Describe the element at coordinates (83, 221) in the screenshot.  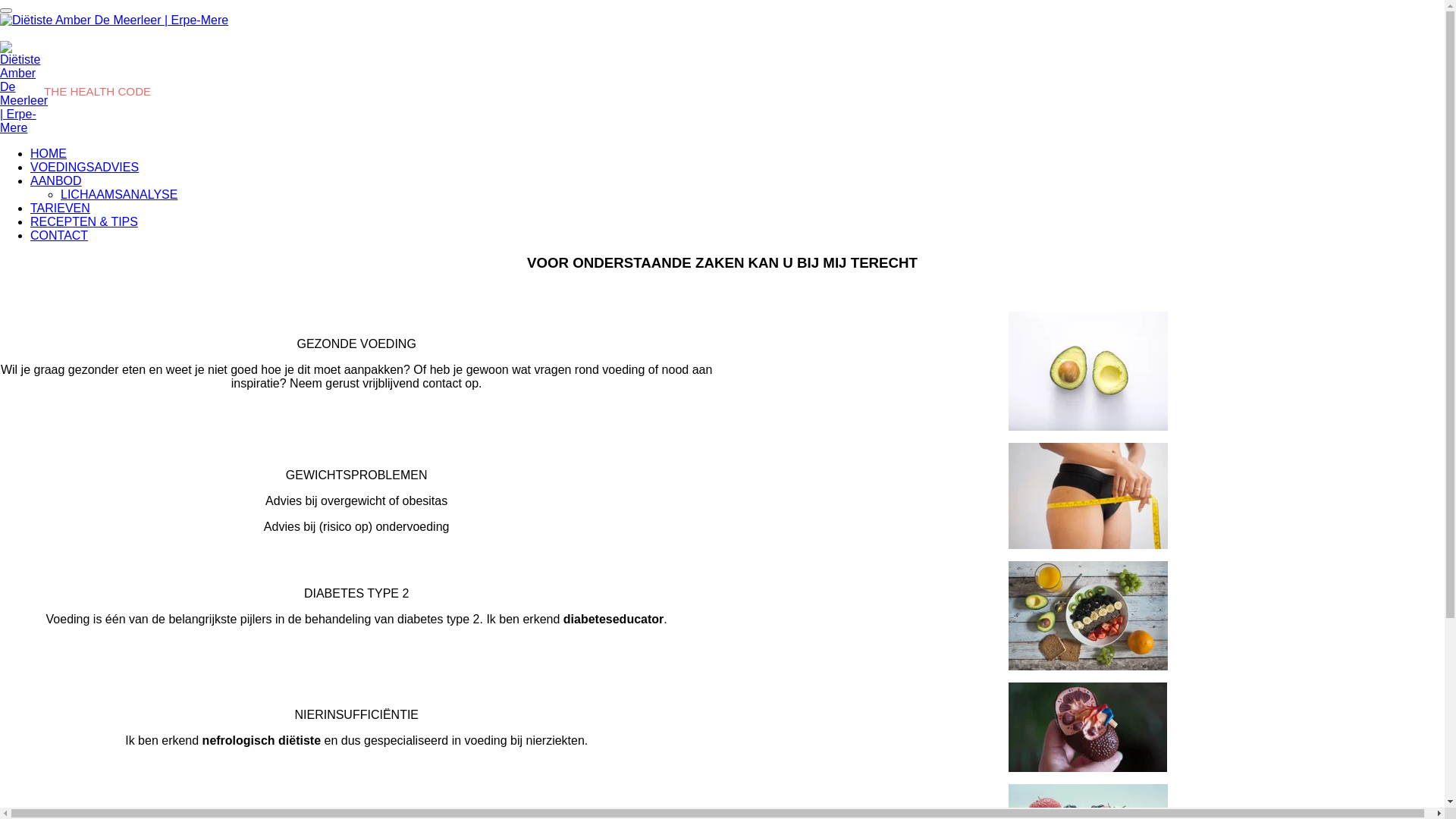
I see `'RECEPTEN & TIPS'` at that location.